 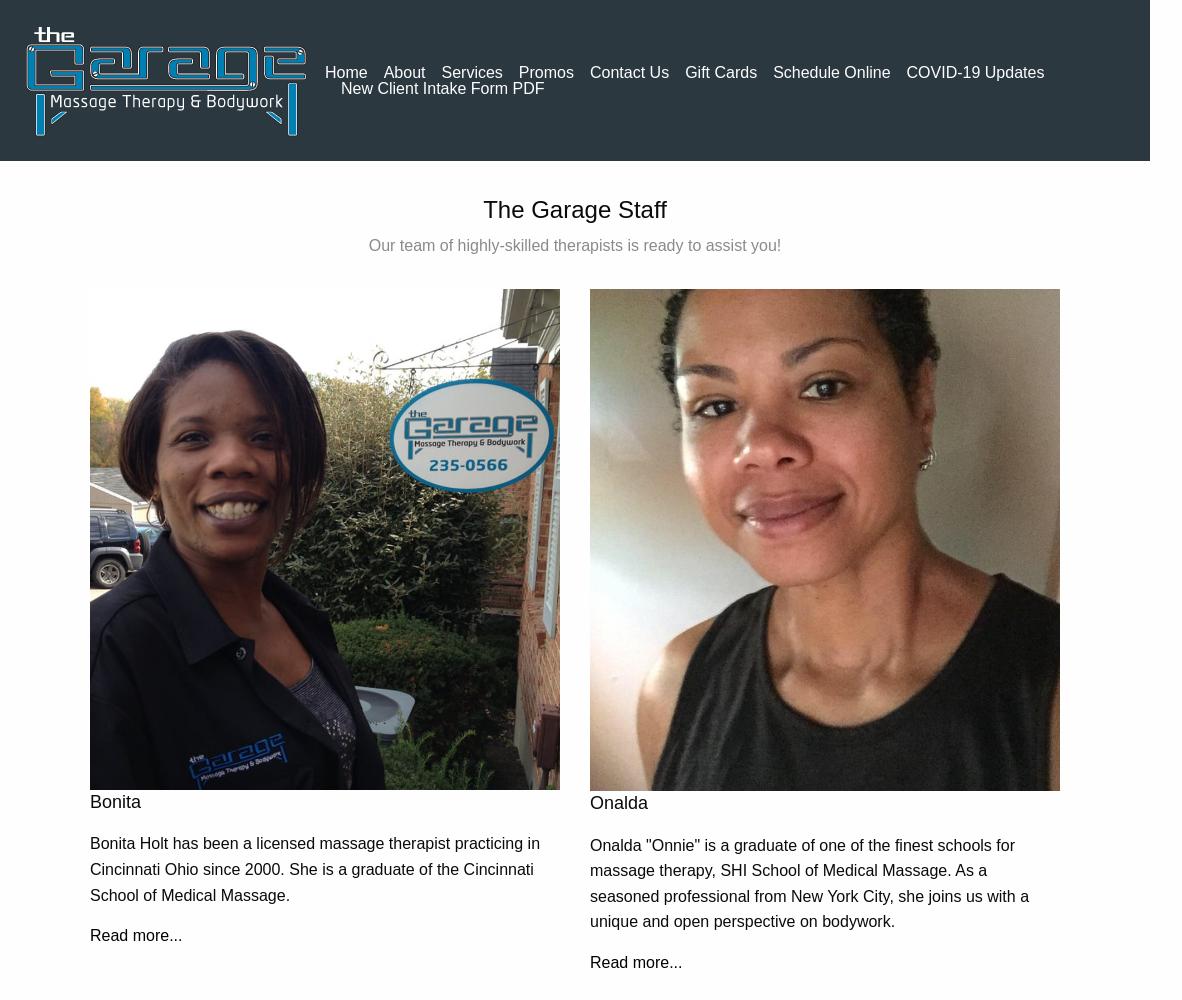 What do you see at coordinates (618, 803) in the screenshot?
I see `'Onalda'` at bounding box center [618, 803].